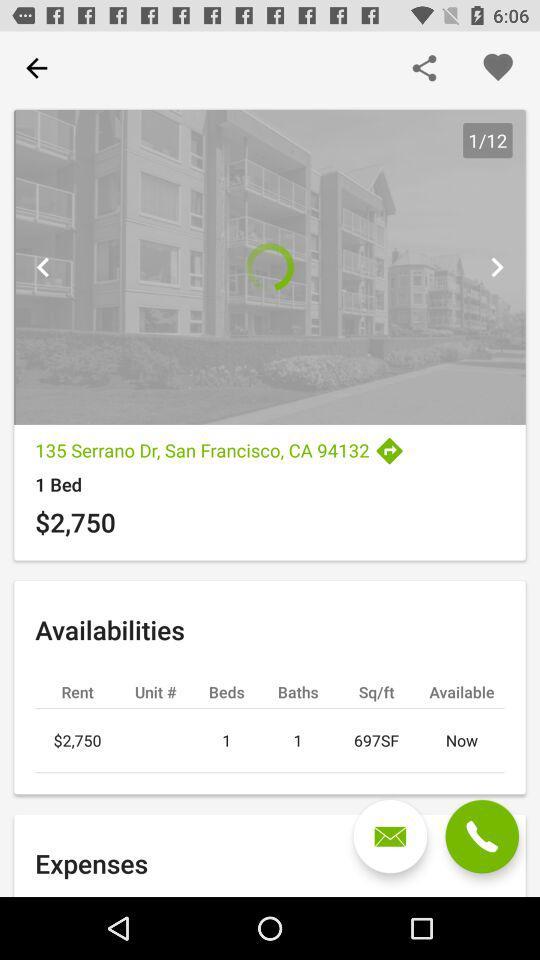 The image size is (540, 960). What do you see at coordinates (43, 266) in the screenshot?
I see `previous photo button` at bounding box center [43, 266].